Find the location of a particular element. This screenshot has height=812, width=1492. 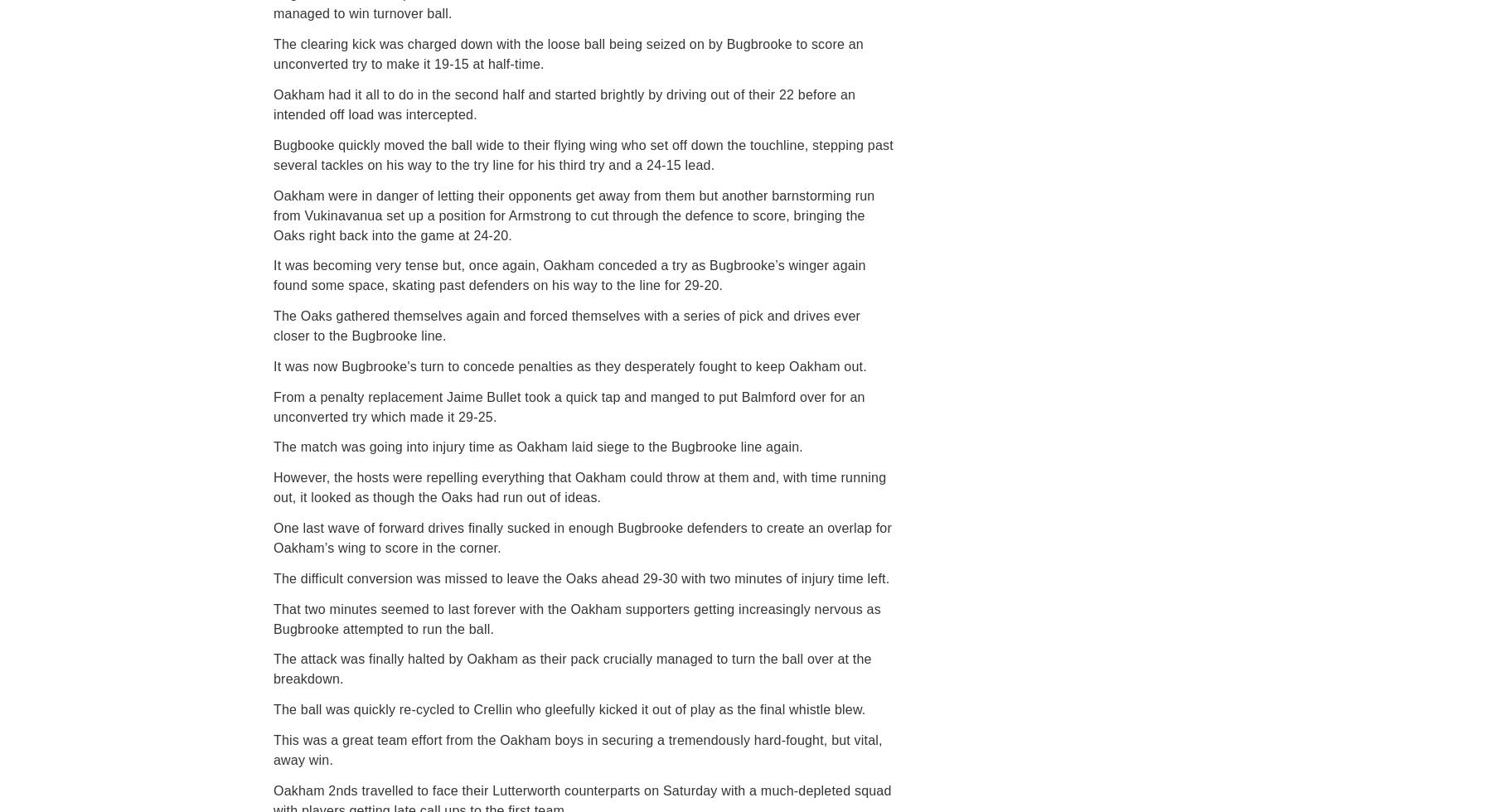

'This was a great team effort from the Oakham boys in securing a tremendously hard-fought, but vital, away win.' is located at coordinates (576, 750).